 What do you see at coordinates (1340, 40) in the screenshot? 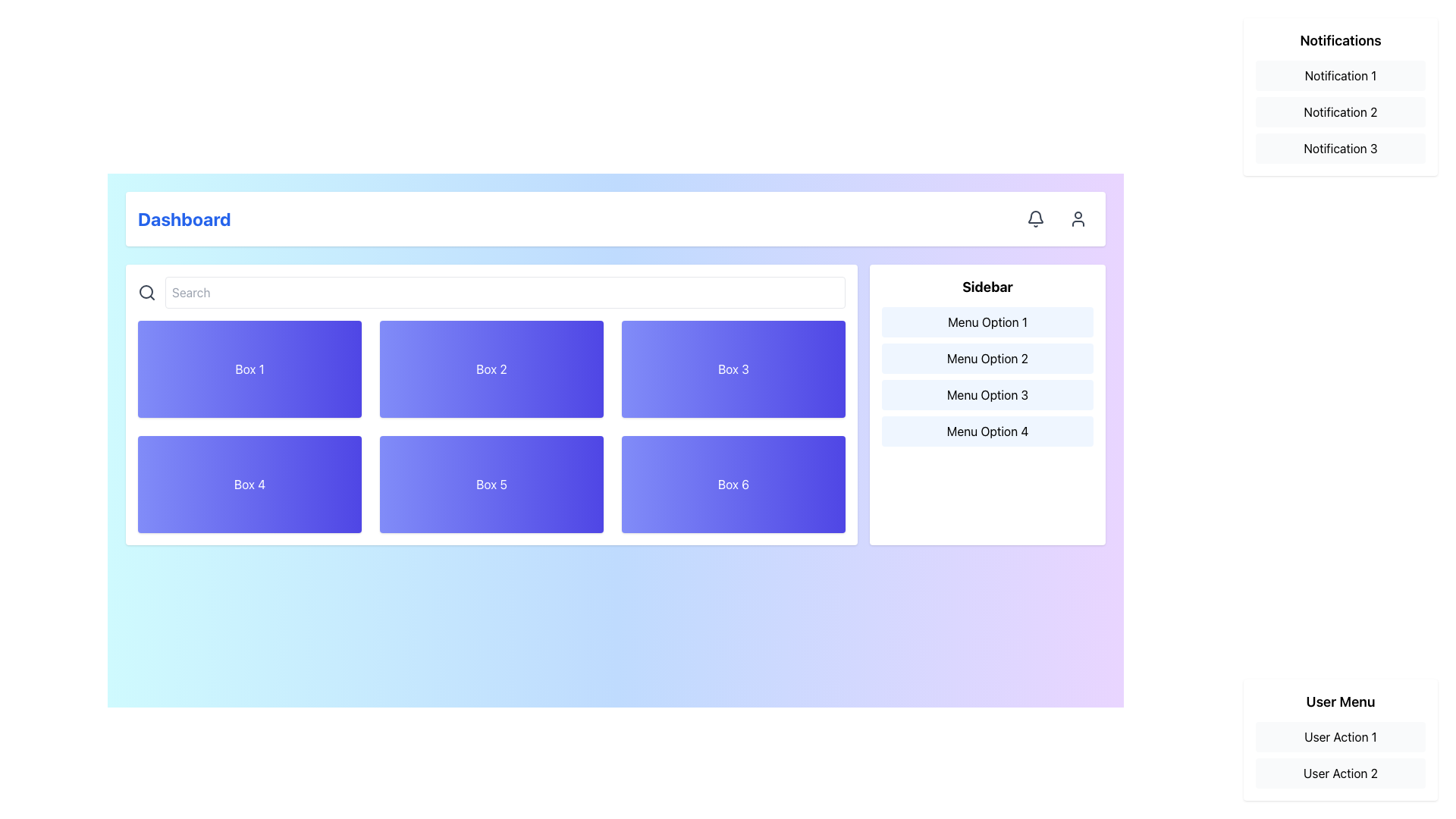
I see `the 'Notifications' text header element, which is styled as bold and serves as a section title above the notification list items` at bounding box center [1340, 40].